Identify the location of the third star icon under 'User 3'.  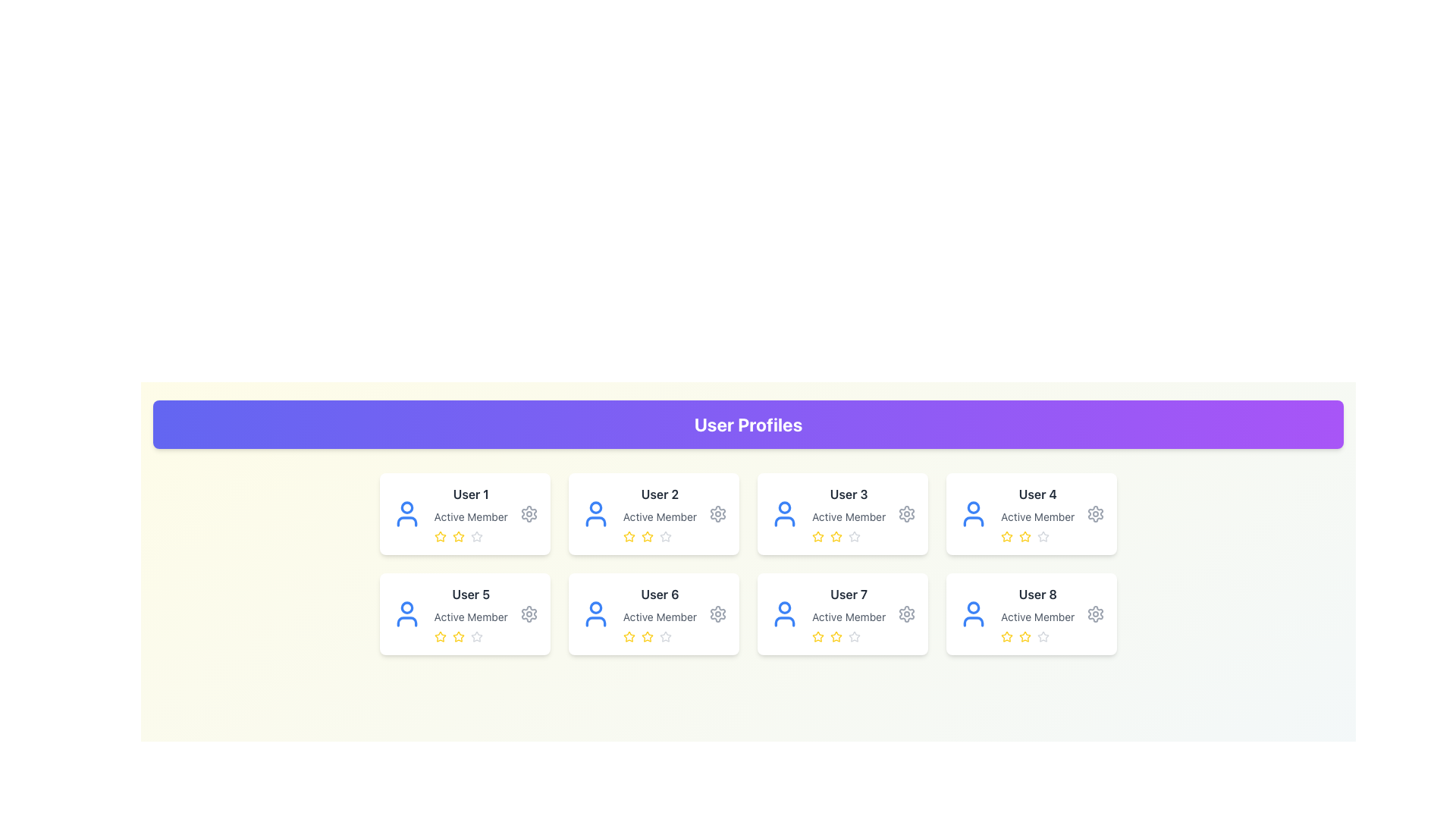
(836, 536).